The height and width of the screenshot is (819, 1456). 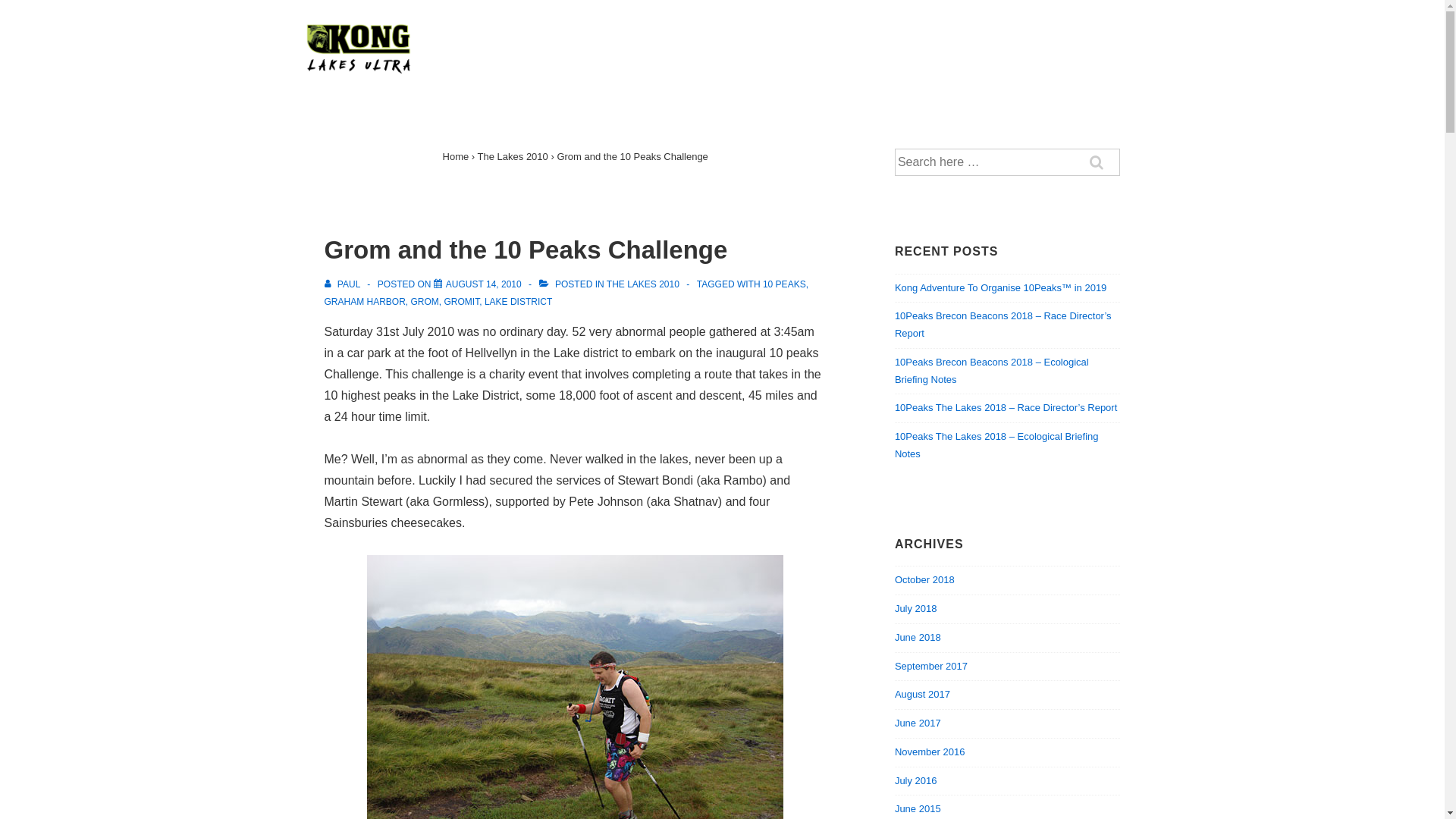 I want to click on 'October 2018', so click(x=895, y=579).